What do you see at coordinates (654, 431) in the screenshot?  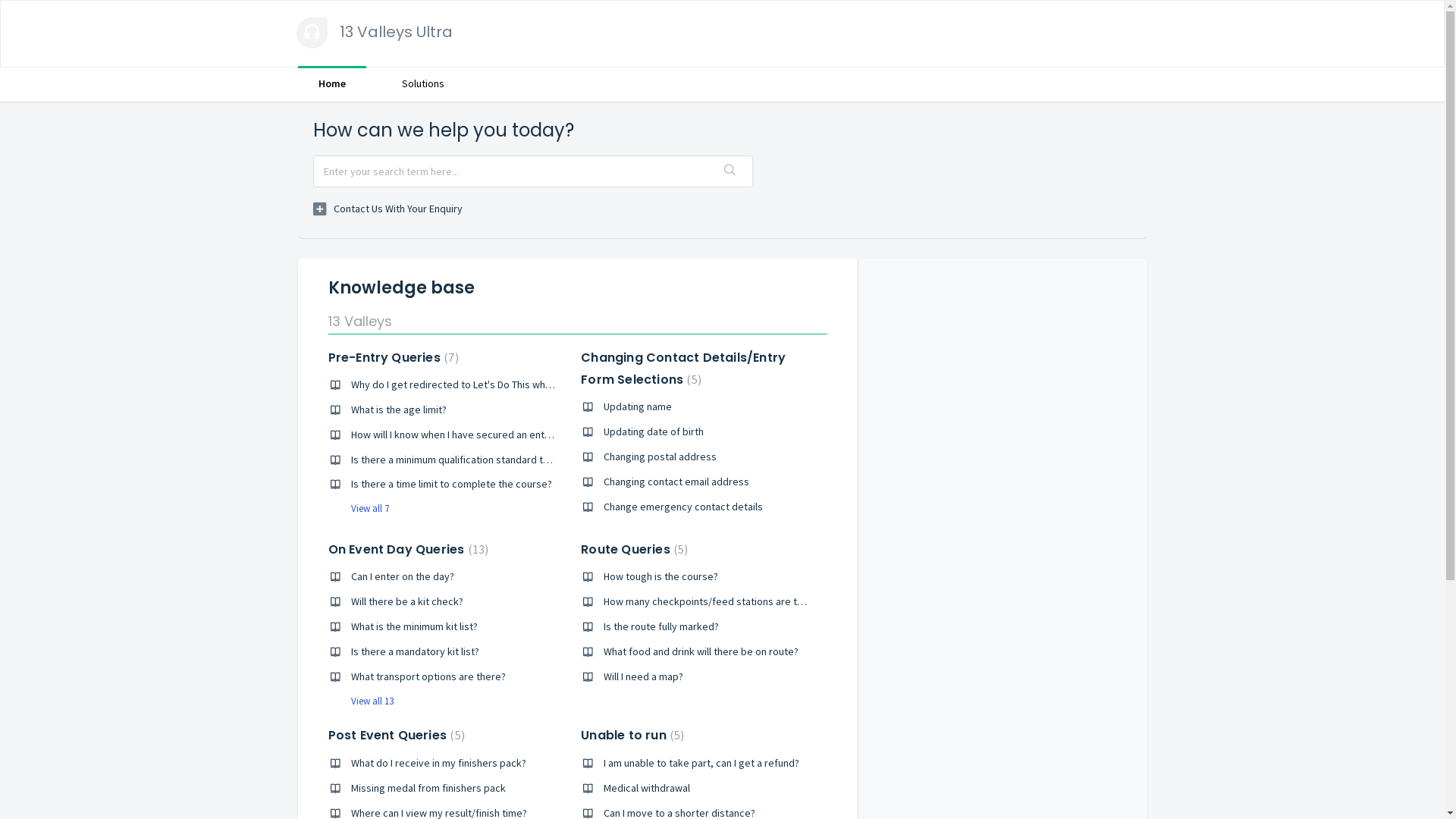 I see `'Updating date of birth'` at bounding box center [654, 431].